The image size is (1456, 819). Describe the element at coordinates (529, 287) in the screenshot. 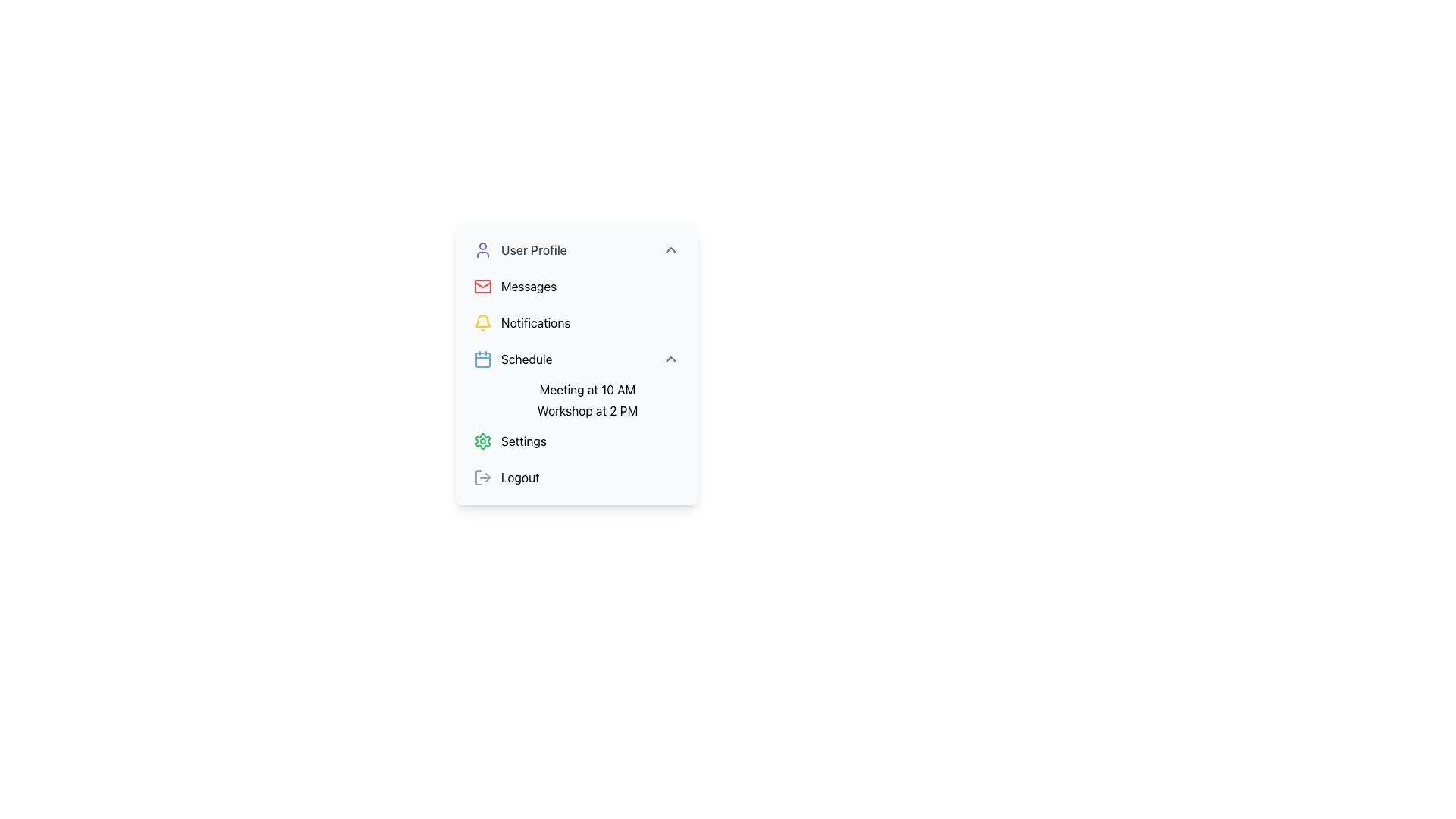

I see `text label that describes the menu item for navigating to the Messages-related interface, positioned between the 'User Profile' and 'Notifications' items in the vertical navigation menu` at that location.